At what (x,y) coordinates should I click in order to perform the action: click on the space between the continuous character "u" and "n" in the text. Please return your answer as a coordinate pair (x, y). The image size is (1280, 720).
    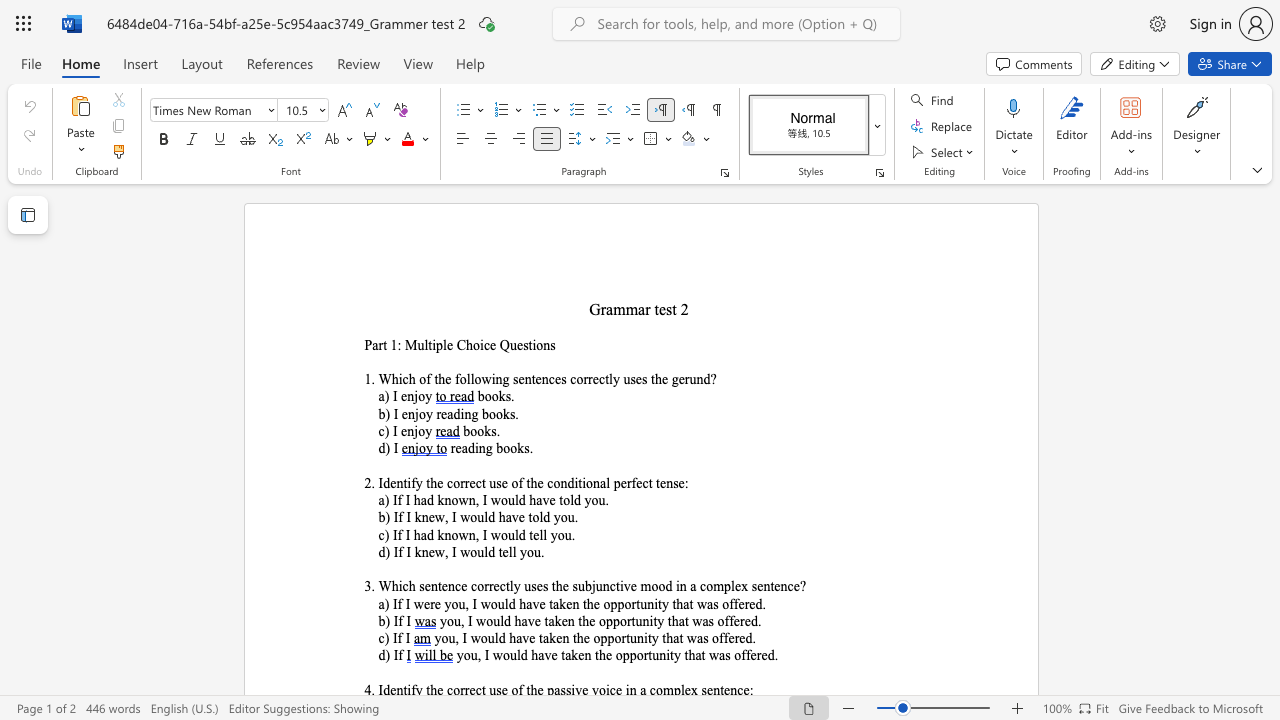
    Looking at the image, I should click on (647, 603).